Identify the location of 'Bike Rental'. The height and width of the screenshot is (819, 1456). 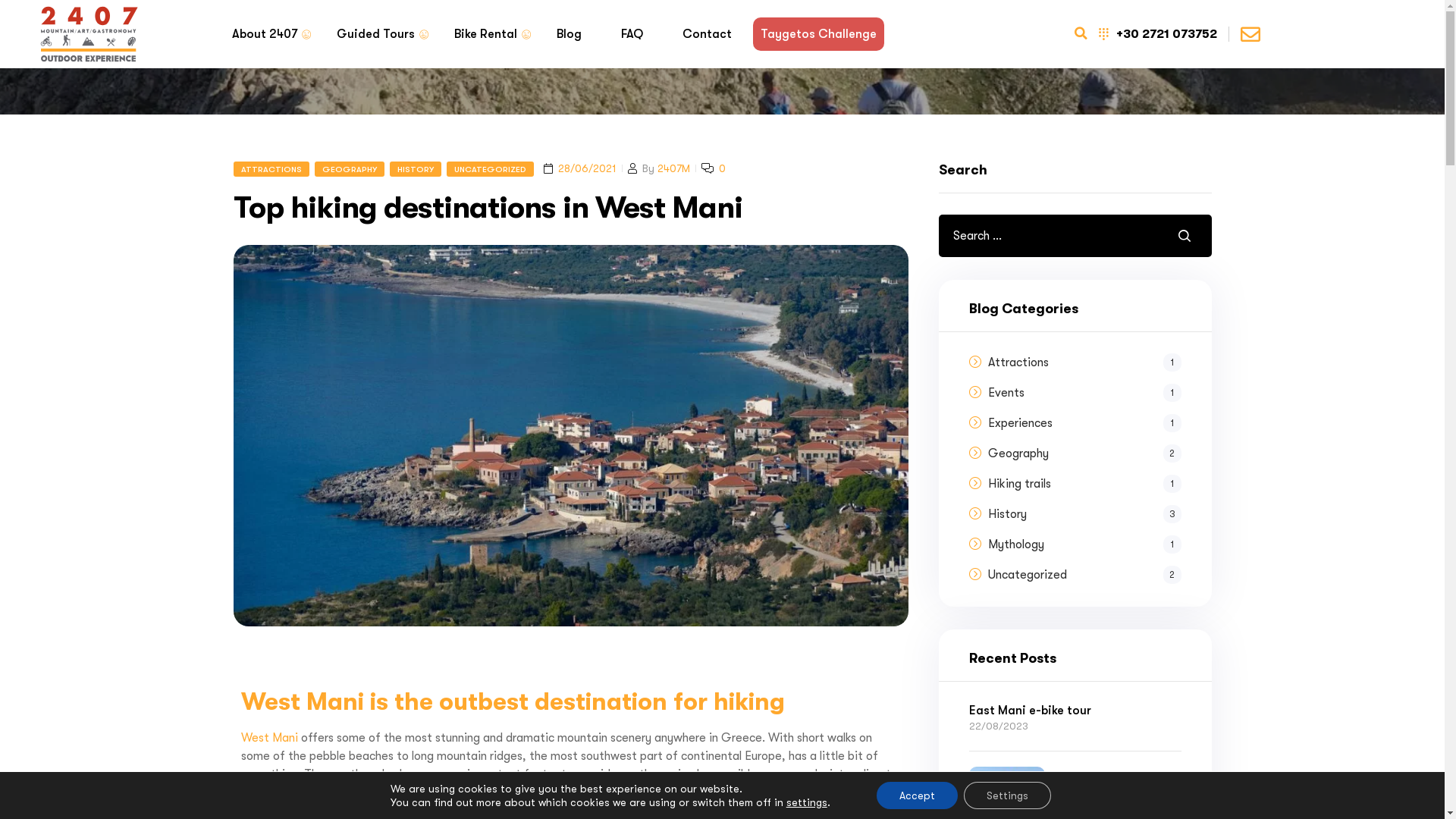
(484, 34).